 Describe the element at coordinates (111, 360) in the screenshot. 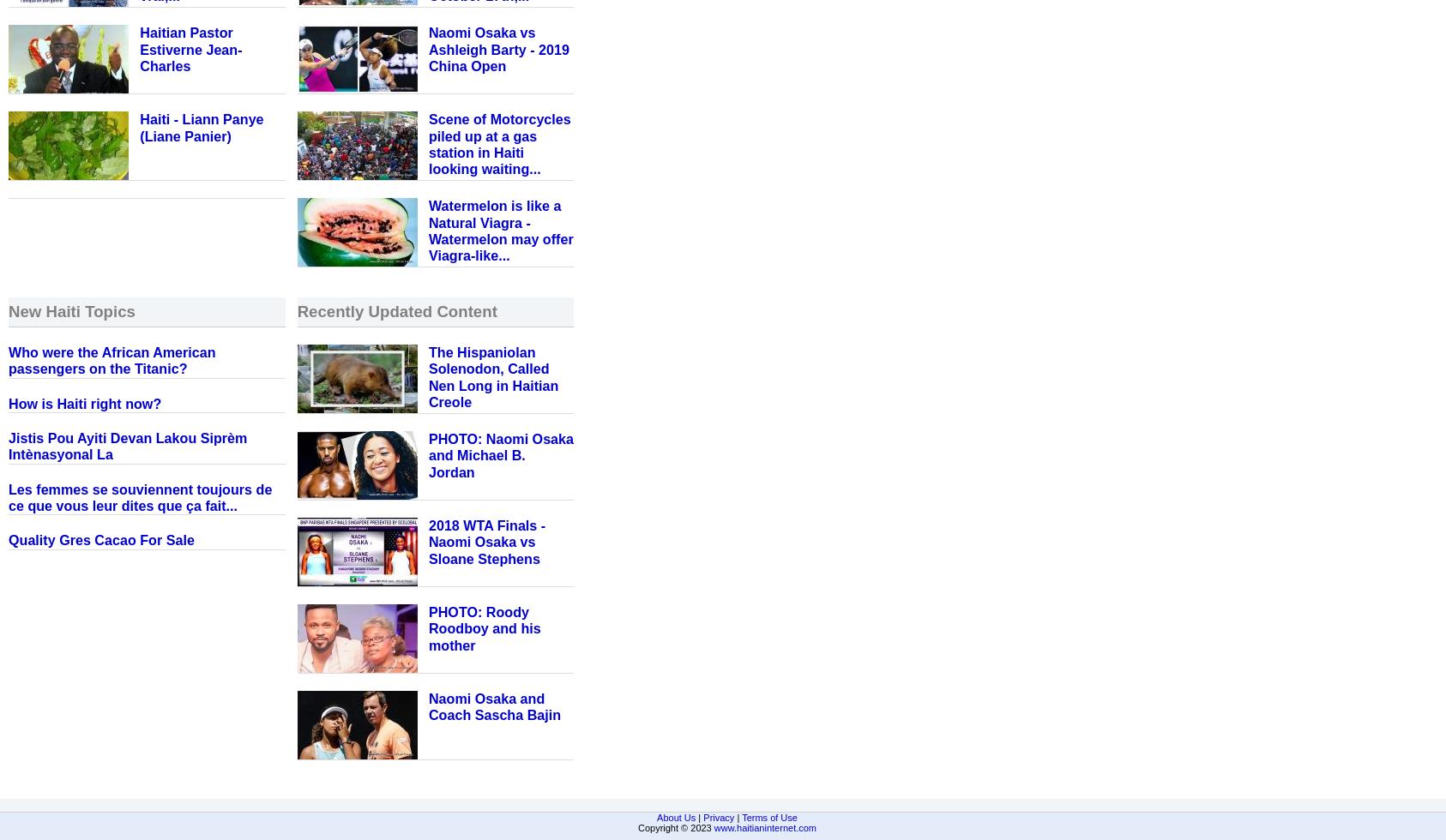

I see `'Who were the African American passengers on the Titanic?'` at that location.